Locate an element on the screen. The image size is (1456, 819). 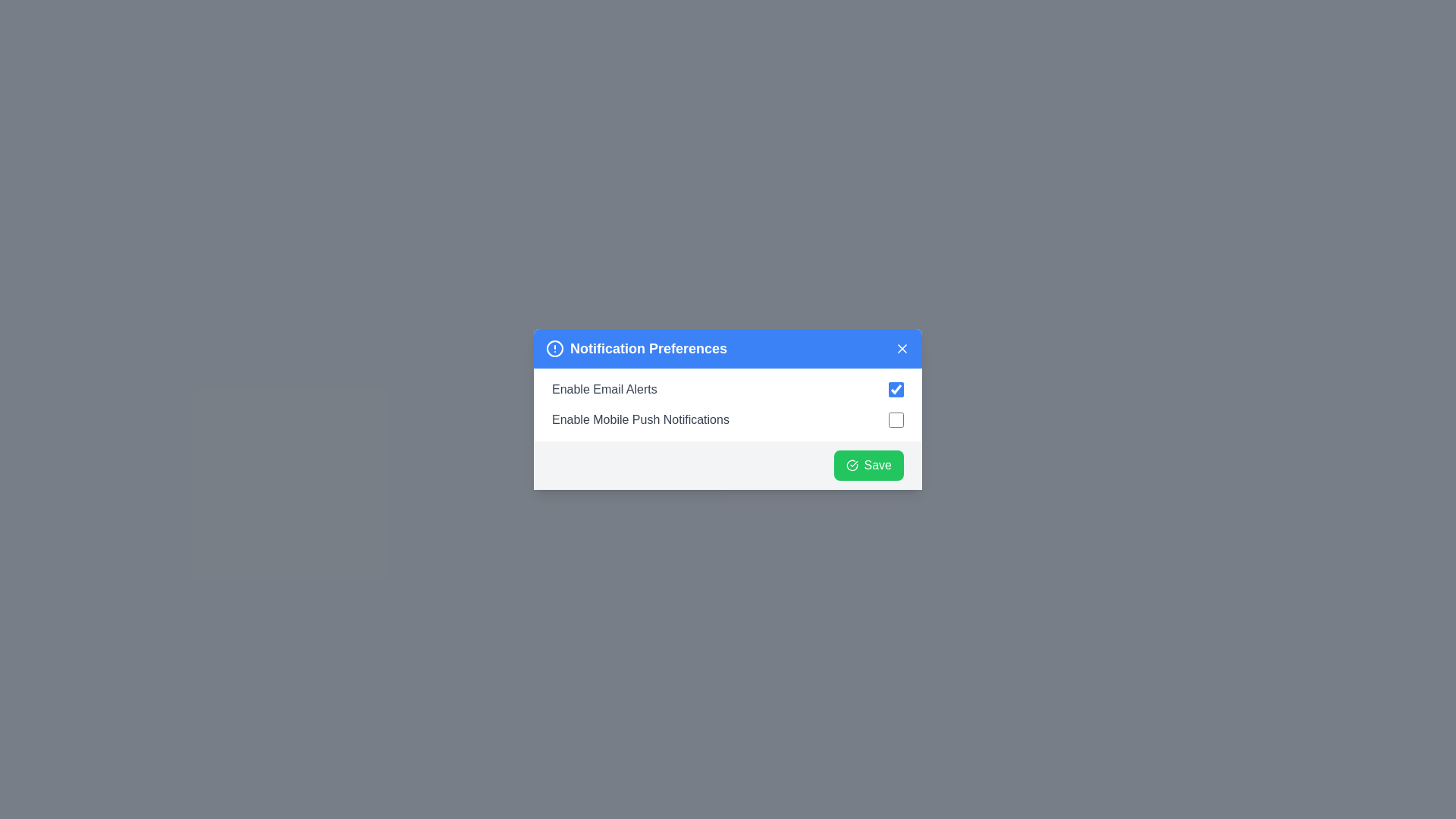
the 'Email Alerts' checkbox is located at coordinates (896, 388).